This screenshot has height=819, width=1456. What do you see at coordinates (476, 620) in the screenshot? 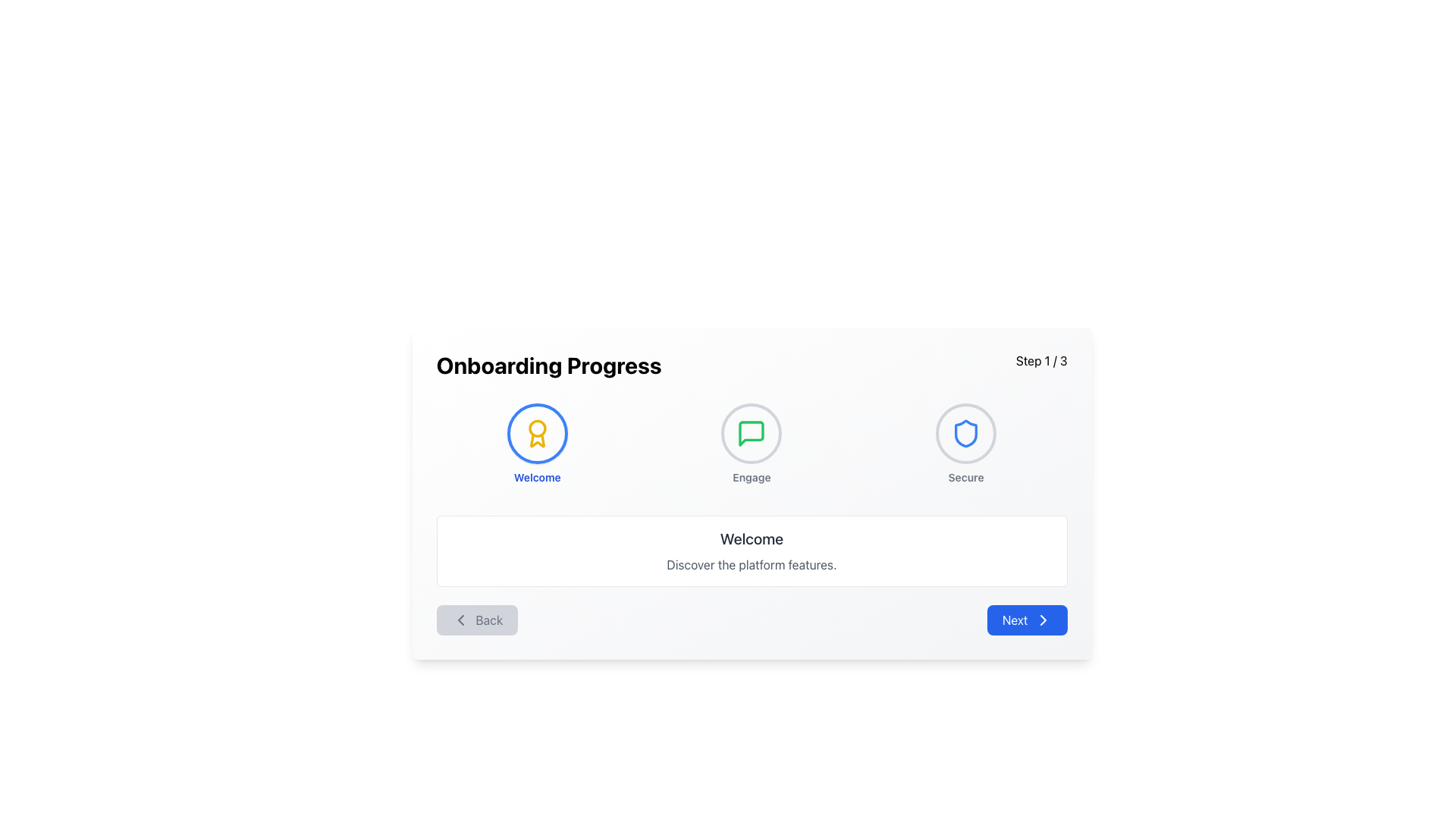
I see `the 'Back' button, which is a rectangular button with a gray background and rounded corners located at the bottom-left corner of the content area` at bounding box center [476, 620].